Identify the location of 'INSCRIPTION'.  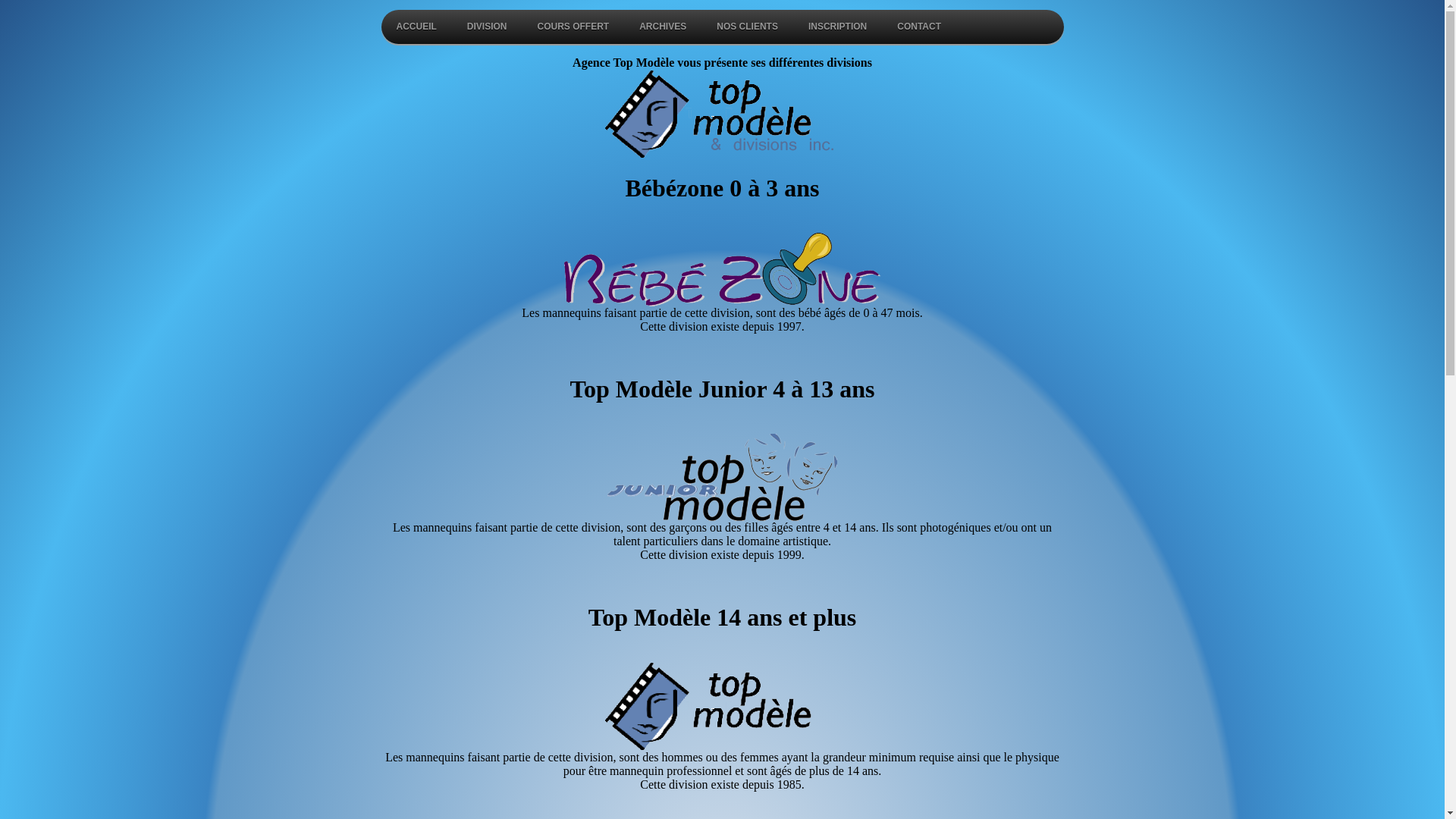
(836, 27).